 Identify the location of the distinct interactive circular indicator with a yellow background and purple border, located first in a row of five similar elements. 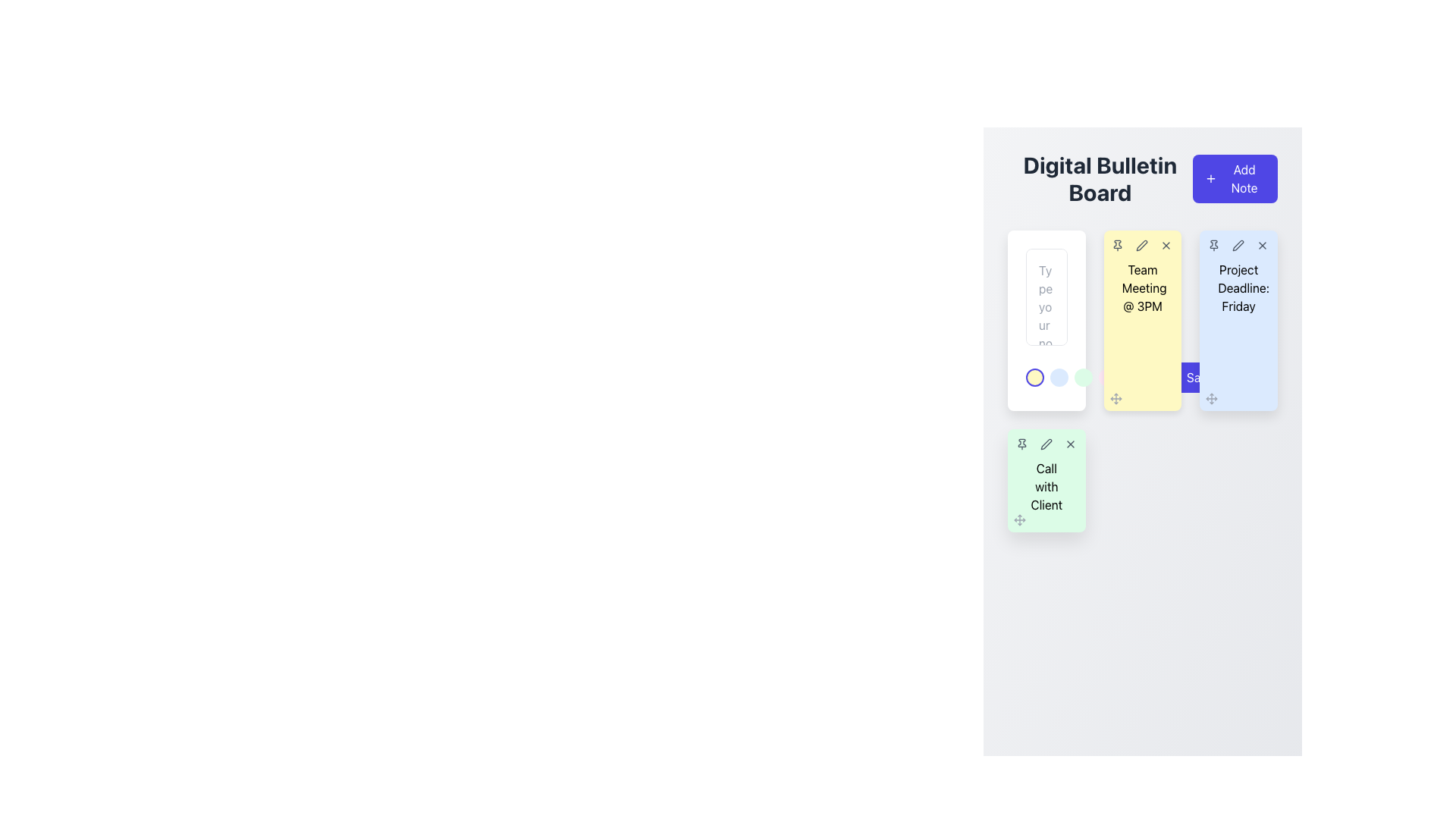
(1034, 376).